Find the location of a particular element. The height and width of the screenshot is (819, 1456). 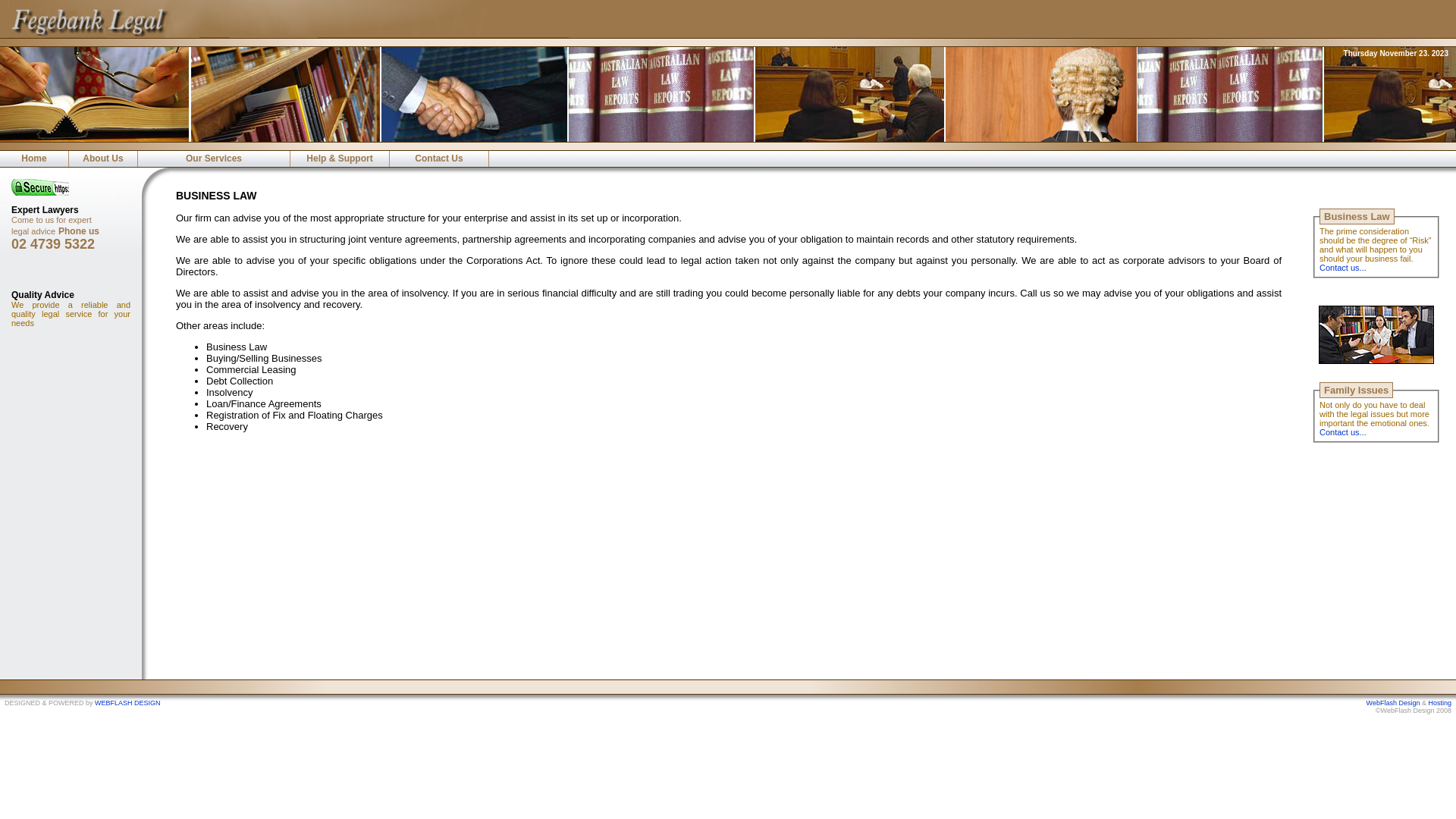

'Home' is located at coordinates (33, 158).